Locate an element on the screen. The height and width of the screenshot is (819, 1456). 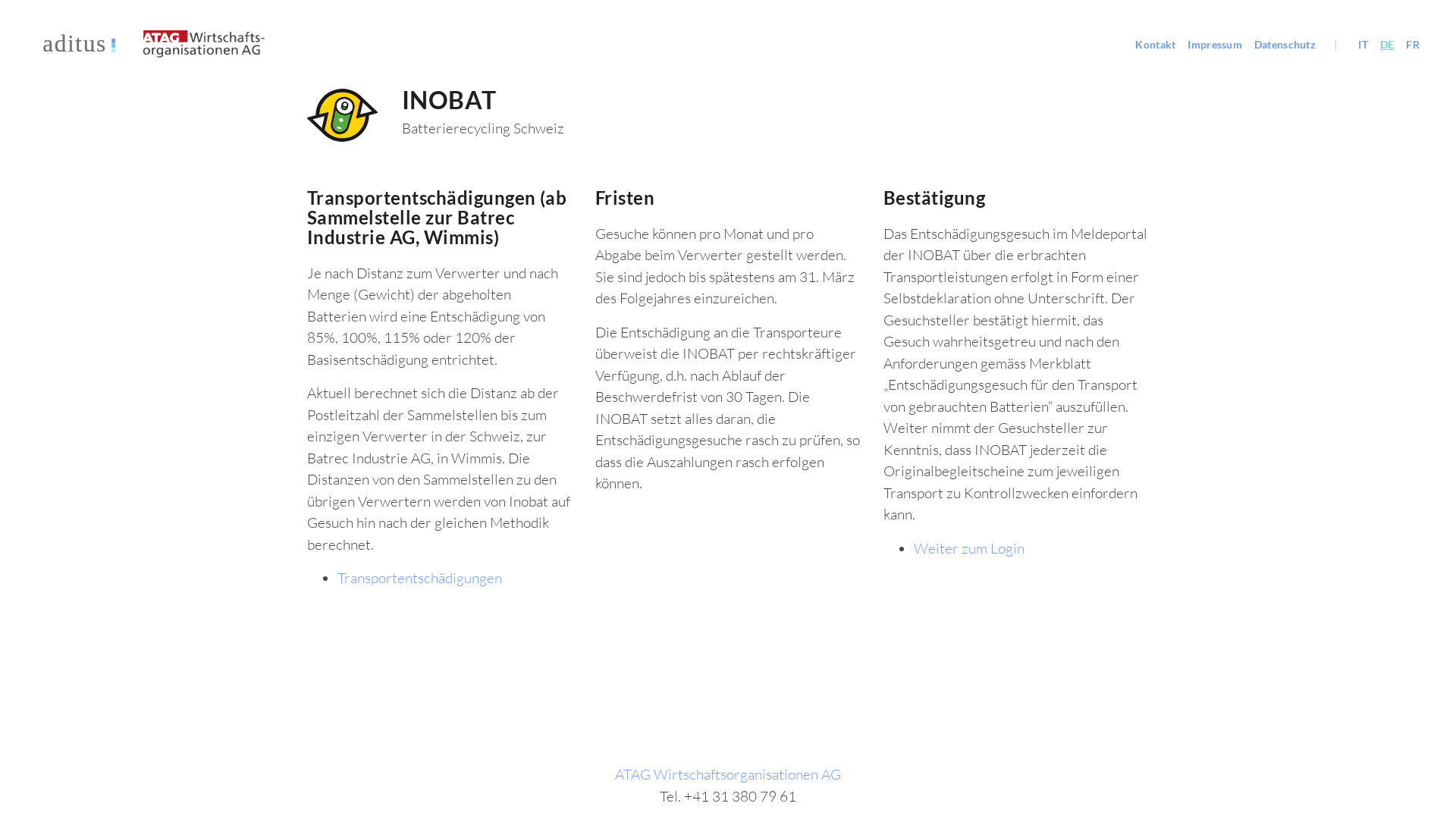
'Impressum' is located at coordinates (1181, 43).